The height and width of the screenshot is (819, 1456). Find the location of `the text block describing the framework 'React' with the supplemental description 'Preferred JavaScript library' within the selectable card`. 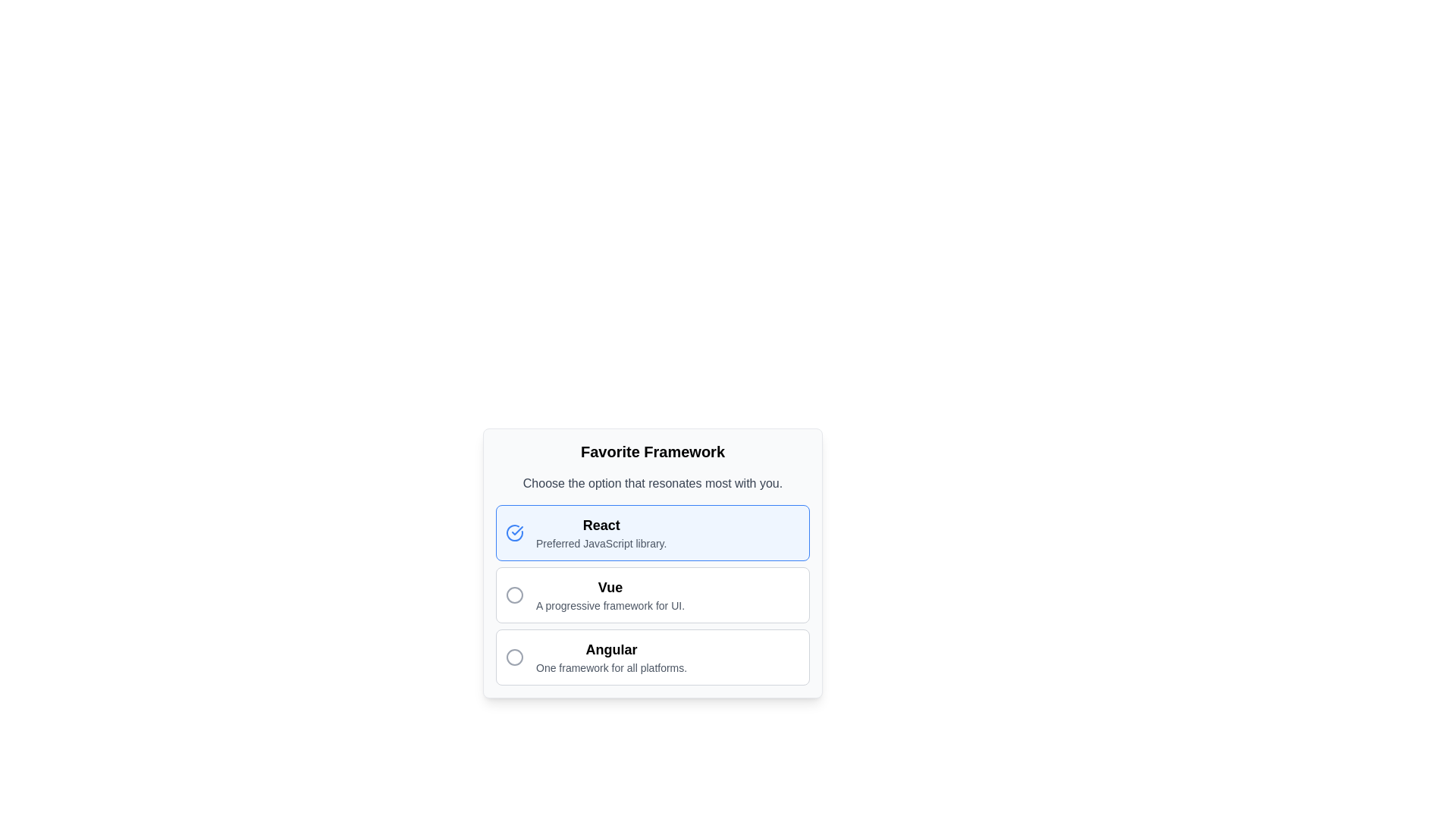

the text block describing the framework 'React' with the supplemental description 'Preferred JavaScript library' within the selectable card is located at coordinates (601, 532).